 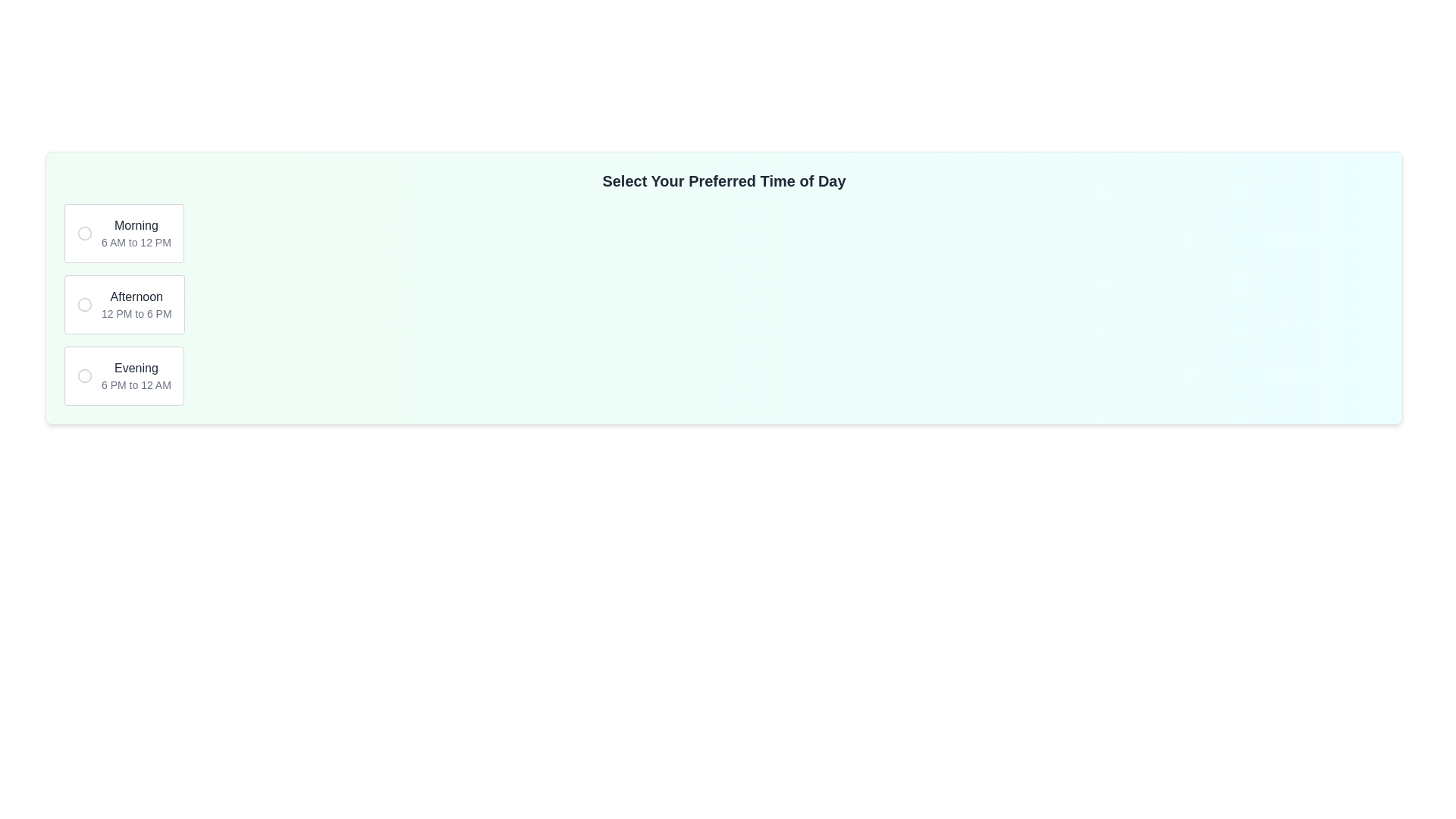 I want to click on the heading text that instructs the user to select a time of day, positioned at the top of a rounded bordered box with a light color gradient background, so click(x=723, y=180).